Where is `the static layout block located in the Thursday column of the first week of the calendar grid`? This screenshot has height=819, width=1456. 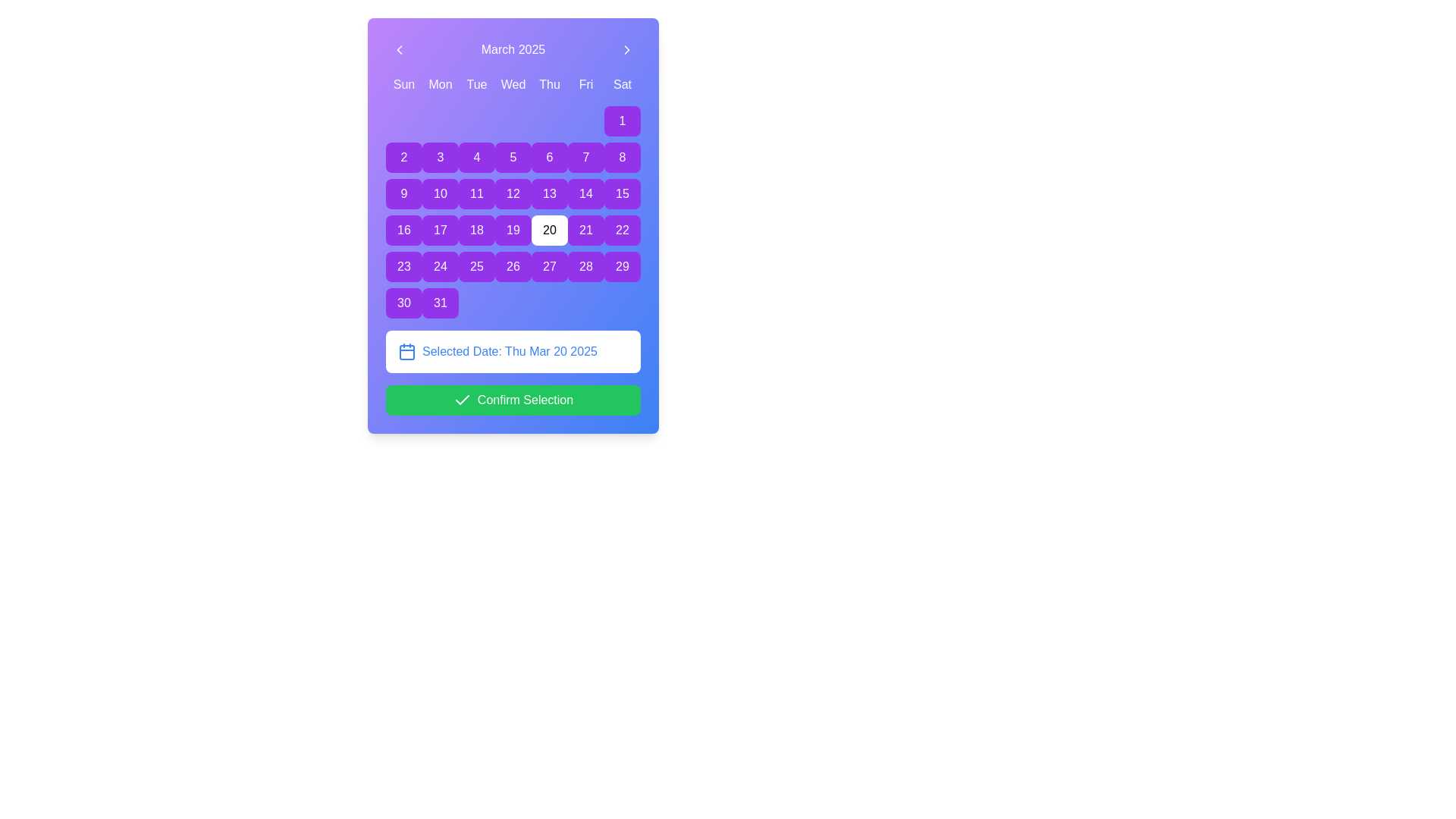
the static layout block located in the Thursday column of the first week of the calendar grid is located at coordinates (548, 120).